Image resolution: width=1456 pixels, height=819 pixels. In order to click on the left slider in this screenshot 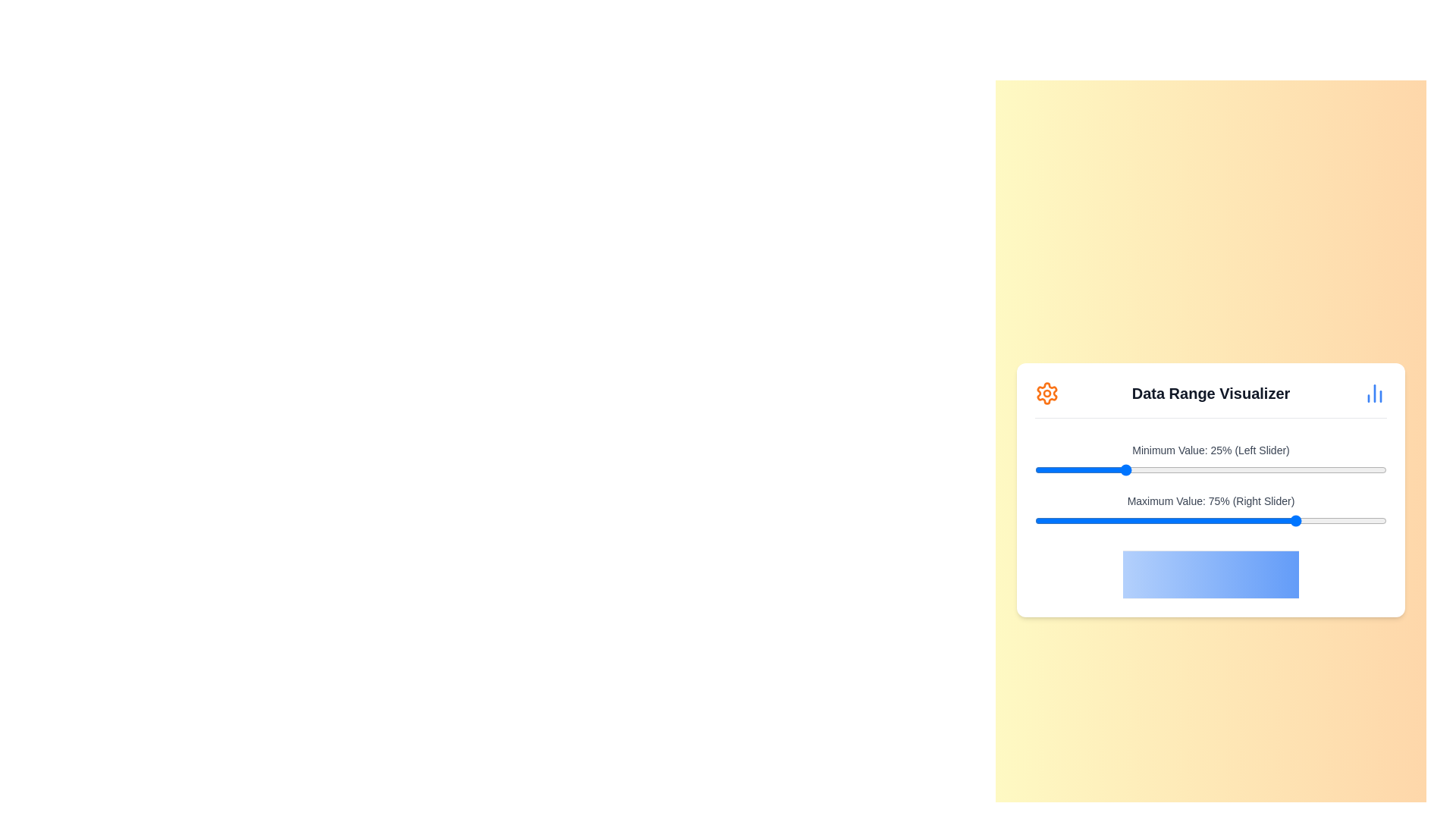, I will do `click(1048, 469)`.